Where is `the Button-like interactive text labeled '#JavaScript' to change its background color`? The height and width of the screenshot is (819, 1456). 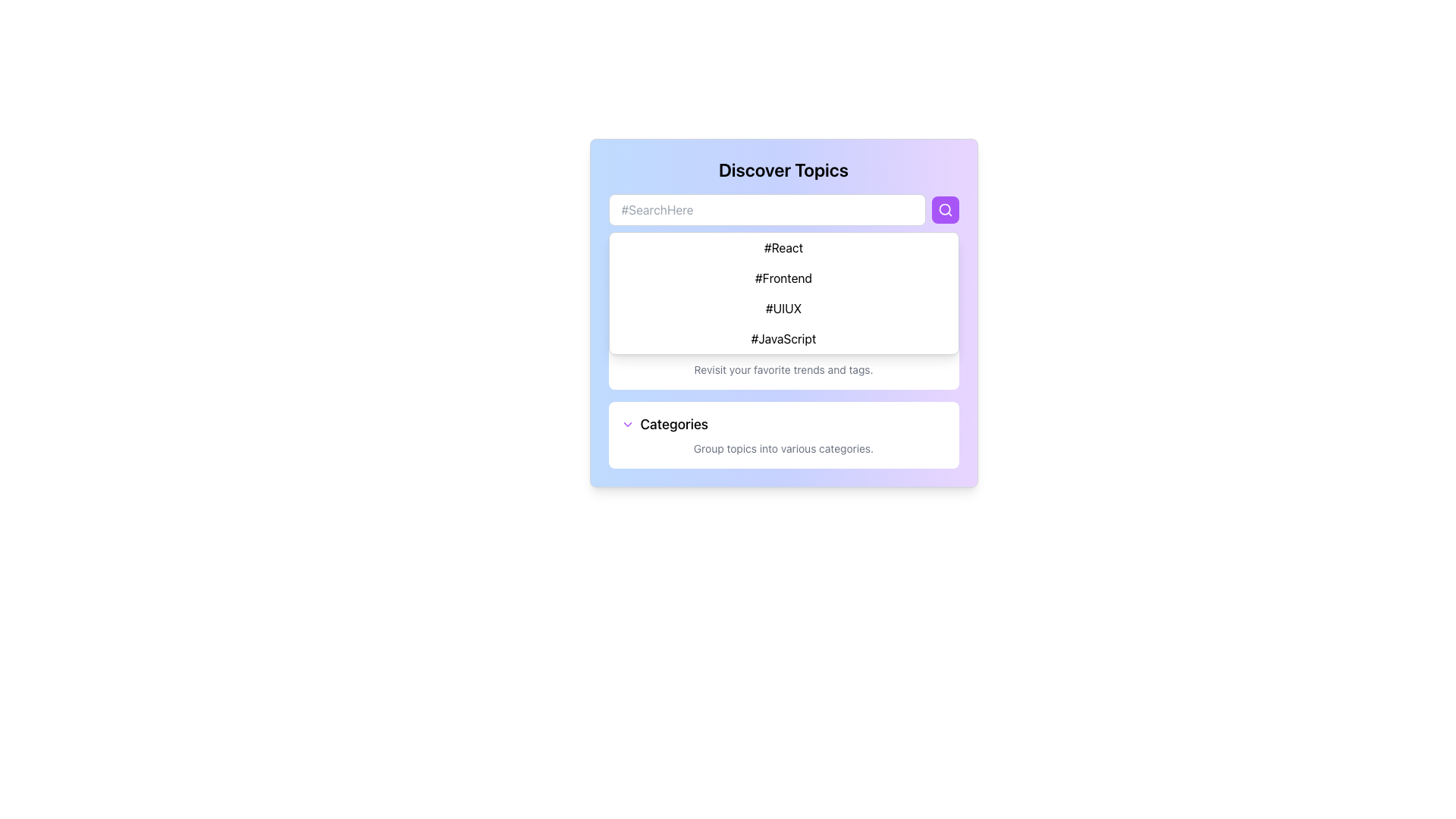
the Button-like interactive text labeled '#JavaScript' to change its background color is located at coordinates (783, 338).